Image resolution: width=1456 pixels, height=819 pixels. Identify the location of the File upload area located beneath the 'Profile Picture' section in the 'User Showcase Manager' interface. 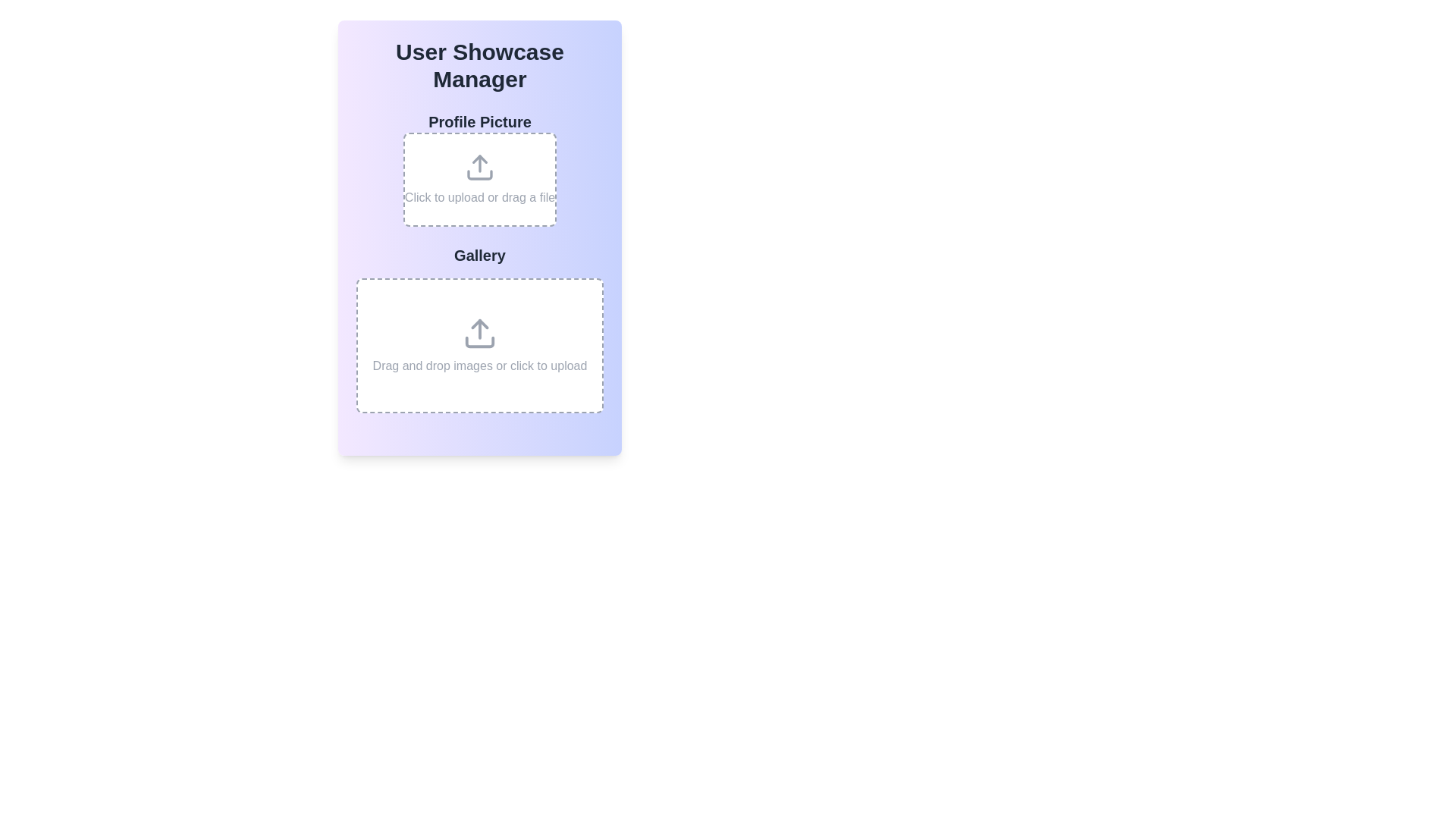
(479, 328).